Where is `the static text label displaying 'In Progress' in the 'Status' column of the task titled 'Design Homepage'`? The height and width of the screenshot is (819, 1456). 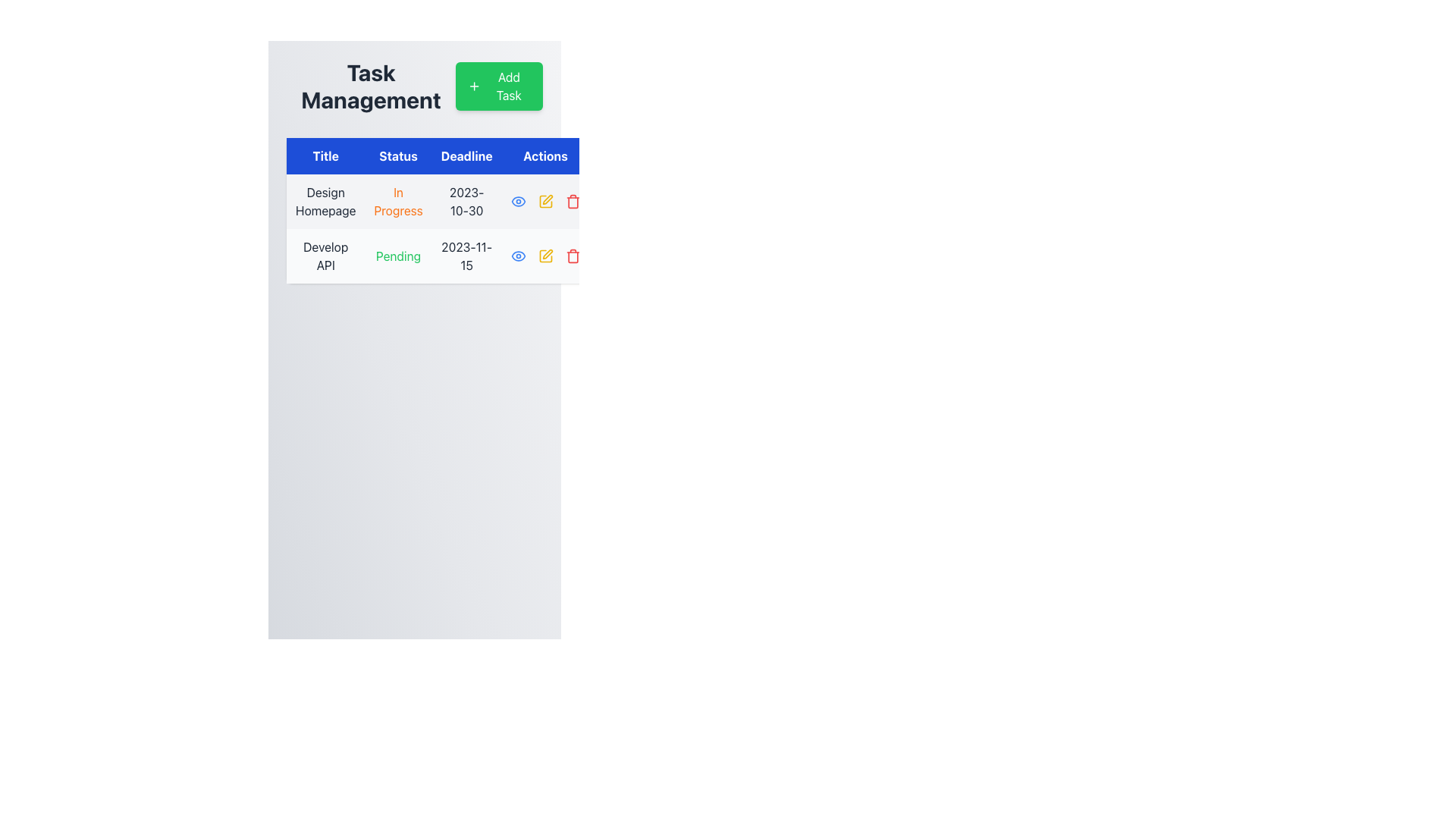 the static text label displaying 'In Progress' in the 'Status' column of the task titled 'Design Homepage' is located at coordinates (398, 201).